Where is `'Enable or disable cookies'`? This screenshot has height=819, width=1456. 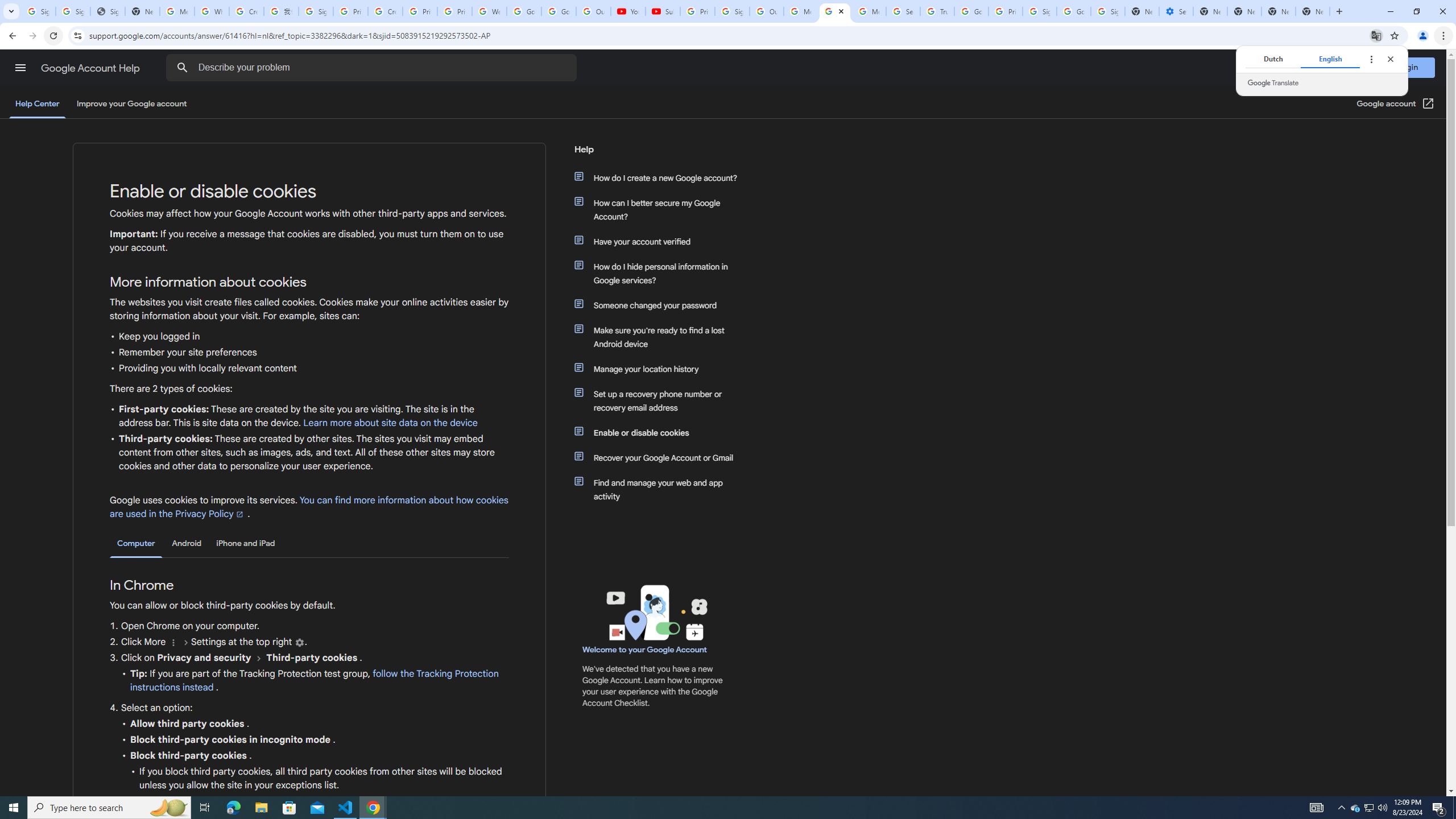 'Enable or disable cookies' is located at coordinates (661, 433).